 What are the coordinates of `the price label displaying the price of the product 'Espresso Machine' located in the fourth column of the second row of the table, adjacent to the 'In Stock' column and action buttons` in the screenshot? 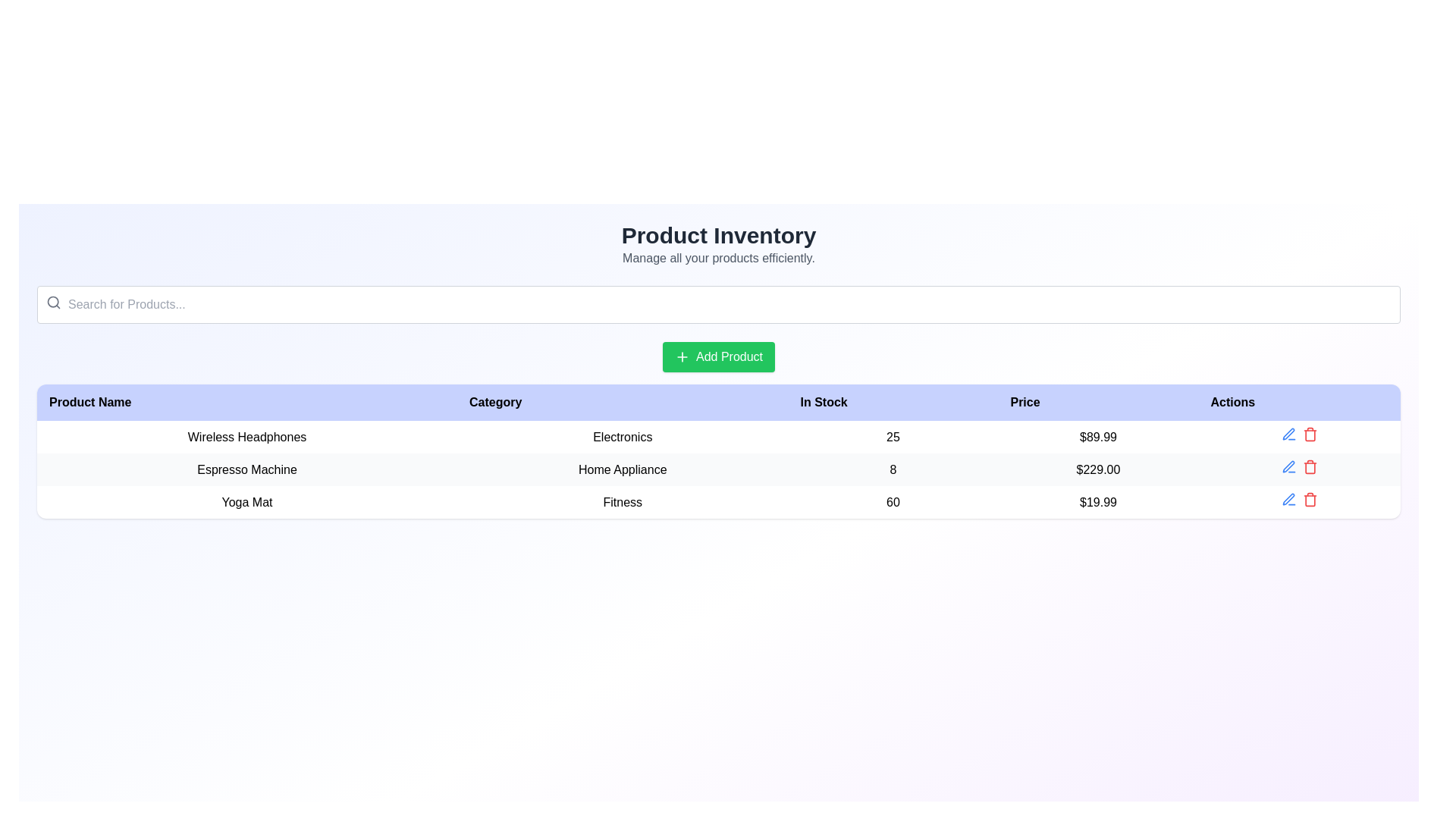 It's located at (1098, 469).